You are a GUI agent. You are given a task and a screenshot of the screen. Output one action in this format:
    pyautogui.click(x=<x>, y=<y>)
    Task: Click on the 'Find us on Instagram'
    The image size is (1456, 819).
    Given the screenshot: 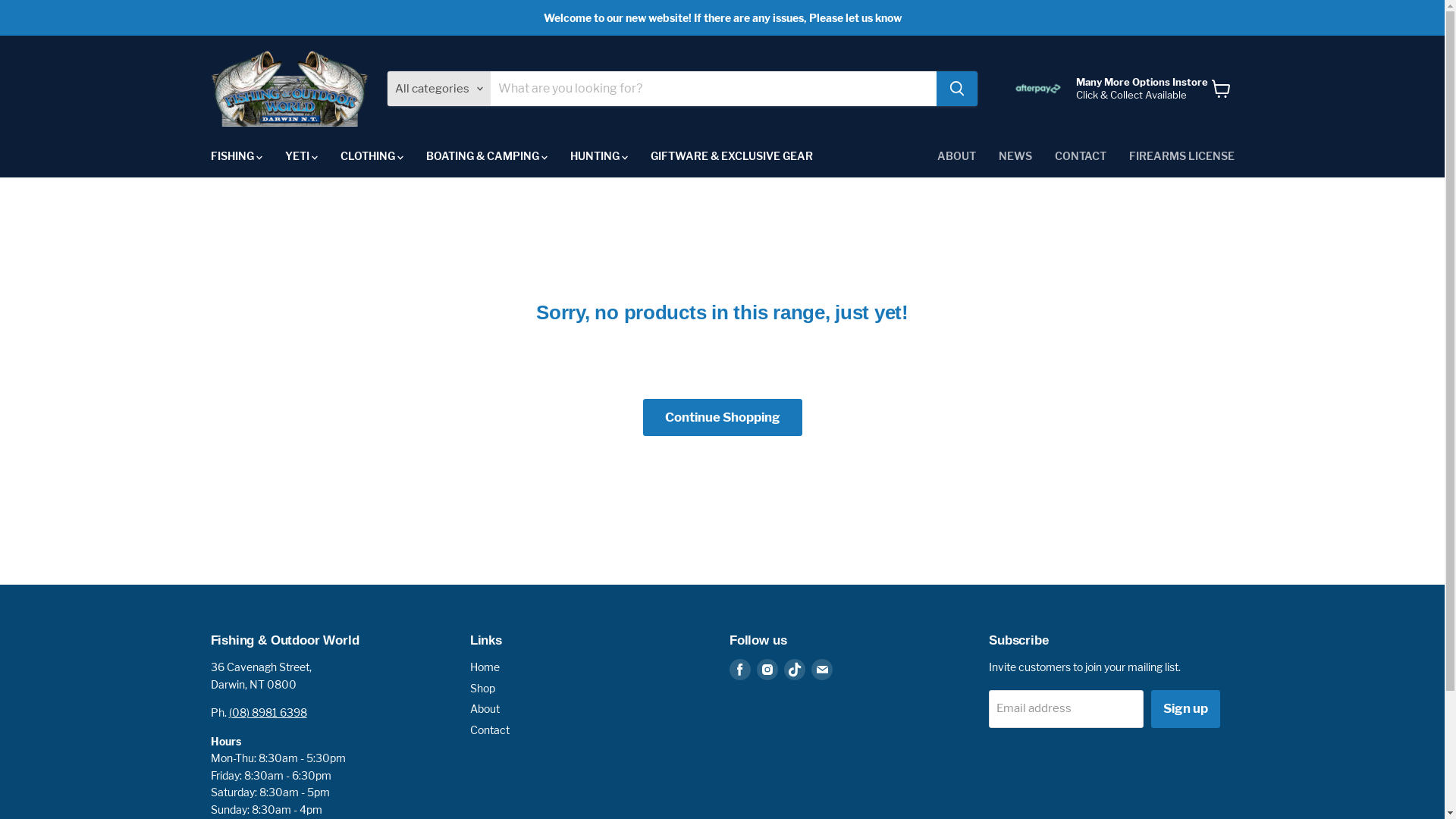 What is the action you would take?
    pyautogui.click(x=757, y=669)
    